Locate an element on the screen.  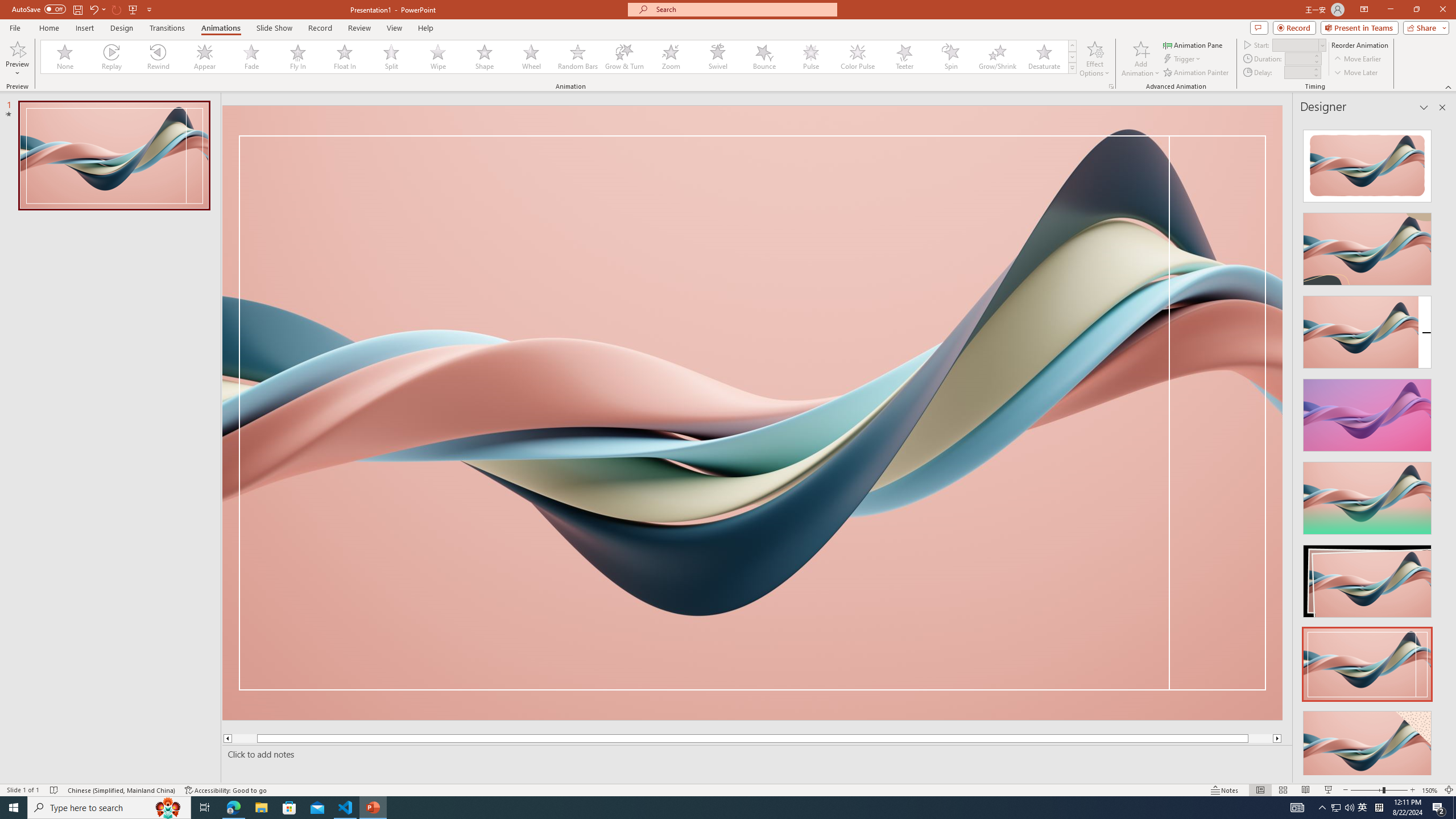
'Swivel' is located at coordinates (717, 56).